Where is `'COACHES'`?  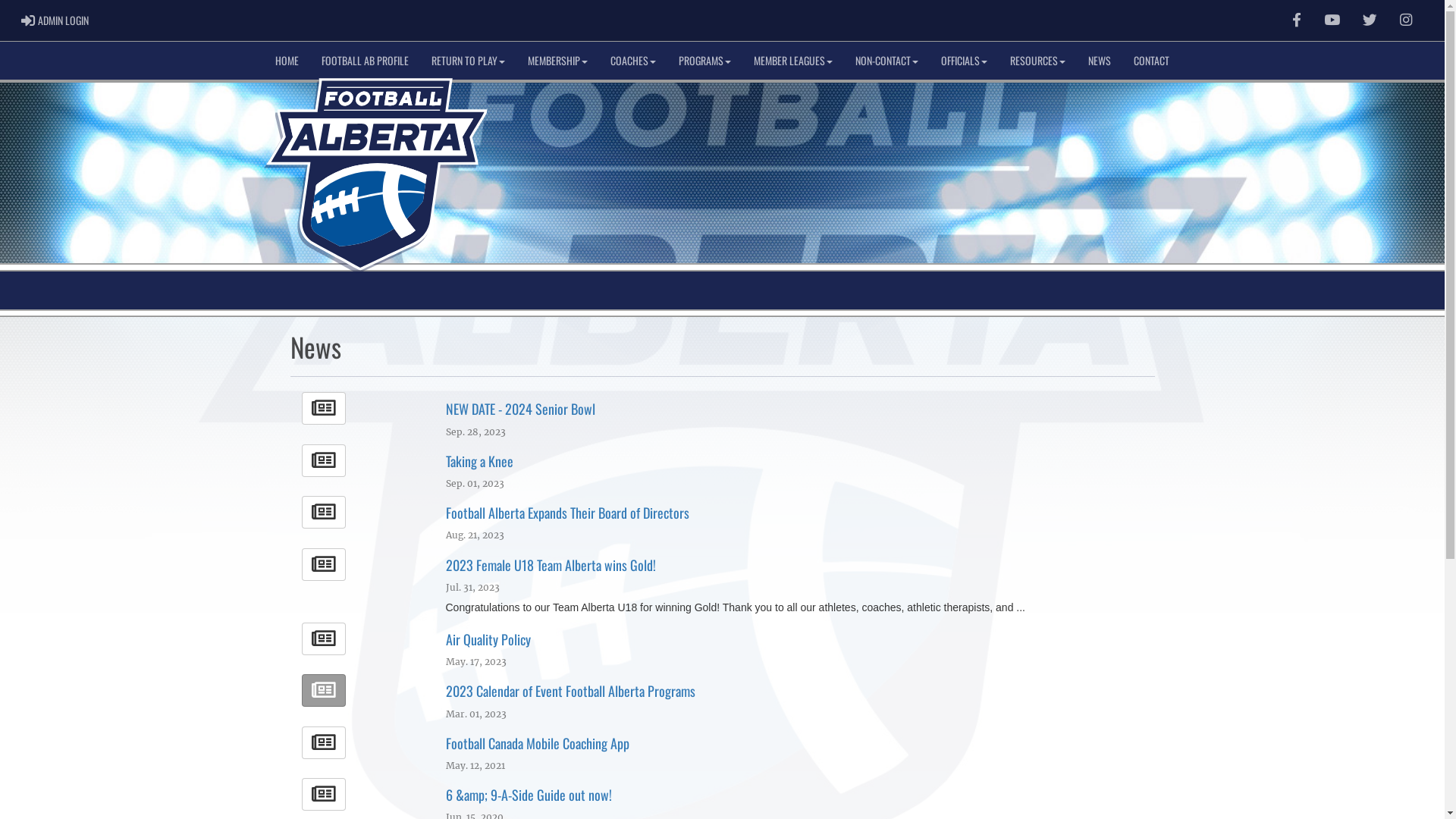
'COACHES' is located at coordinates (633, 60).